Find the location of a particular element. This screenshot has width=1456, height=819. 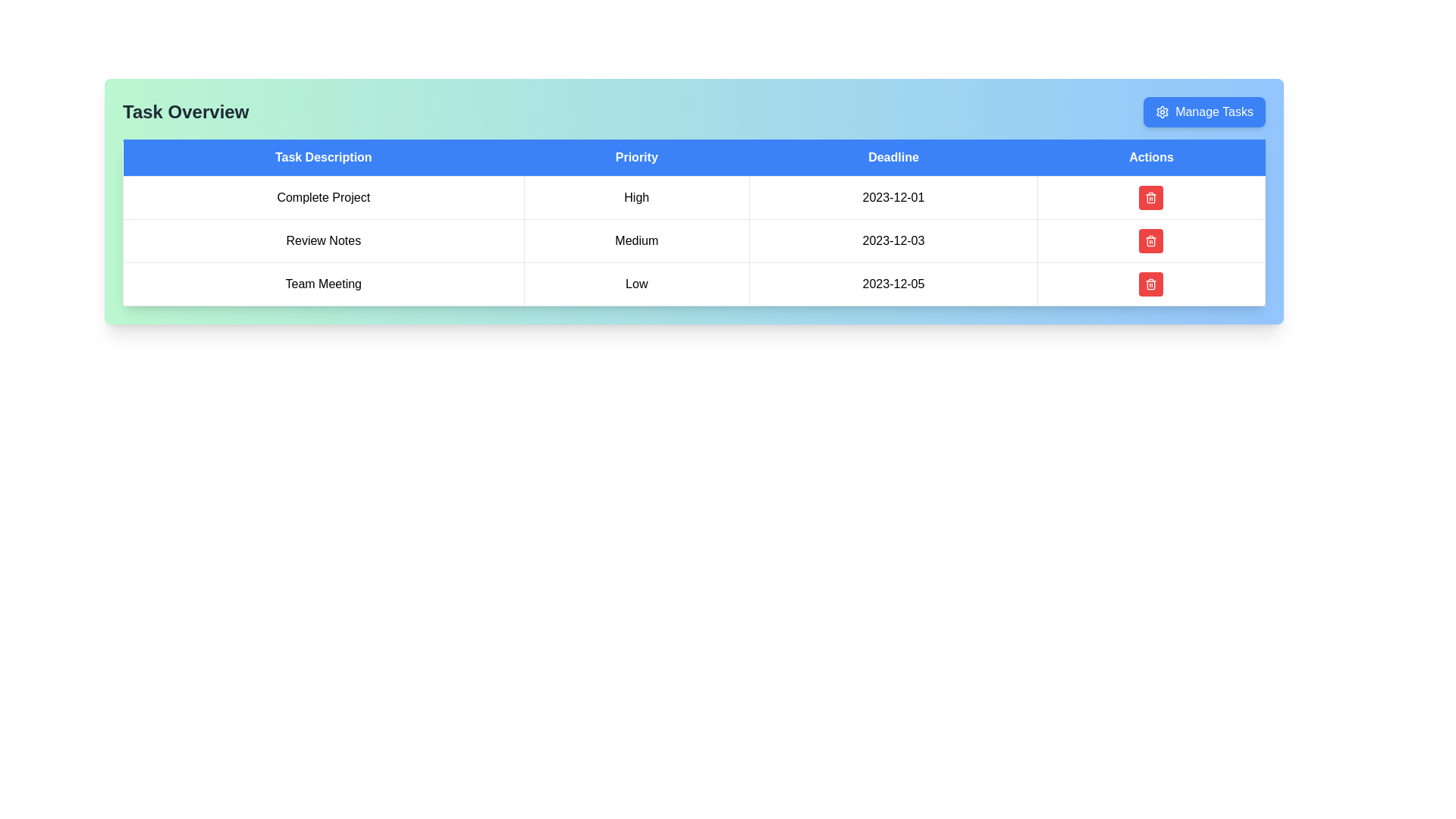

the settings icon, which is a small gear located to the left of the 'Manage Tasks' button at the top-right corner of the page header is located at coordinates (1162, 111).